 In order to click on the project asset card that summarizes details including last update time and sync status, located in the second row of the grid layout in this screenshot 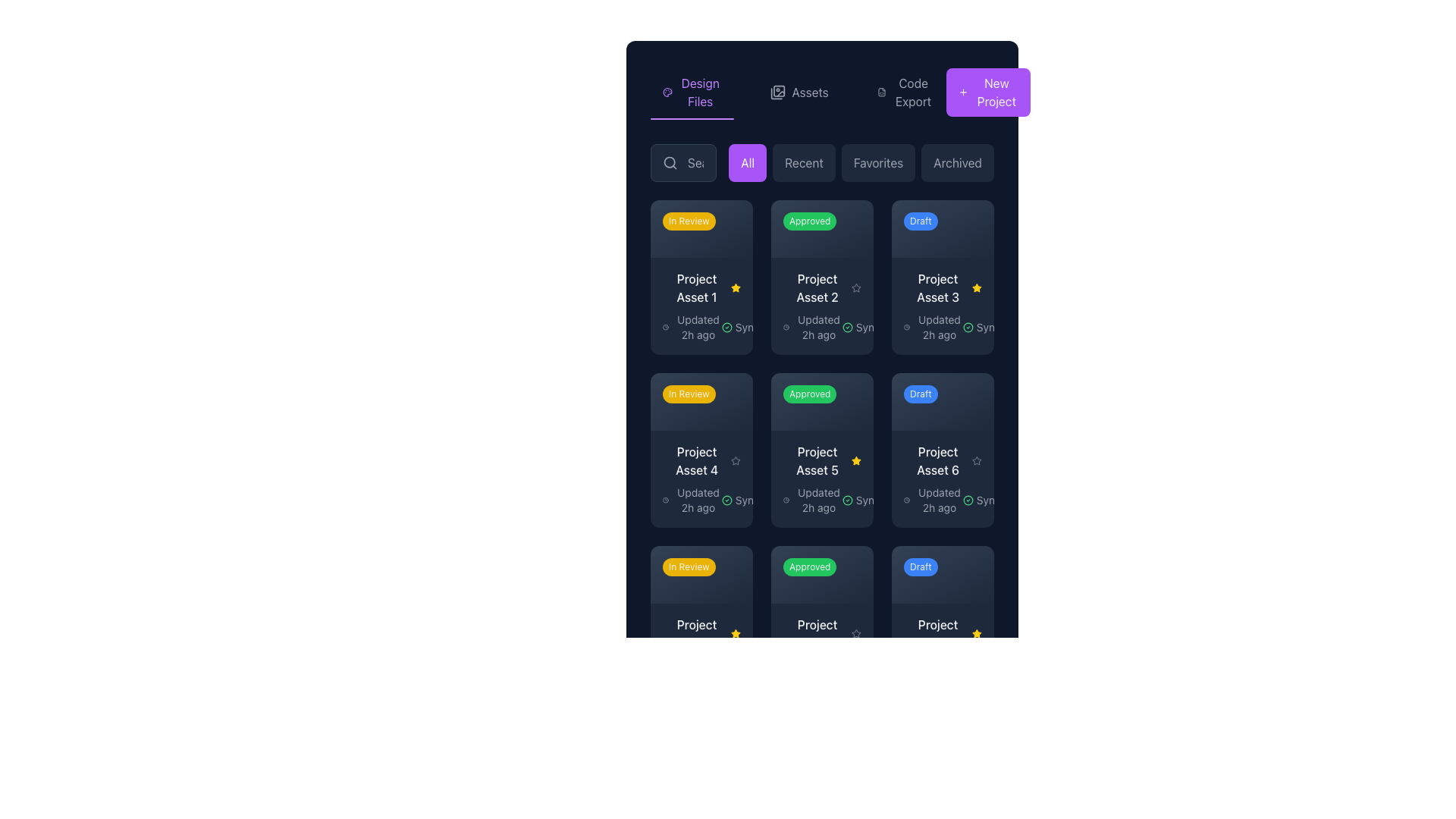, I will do `click(942, 479)`.